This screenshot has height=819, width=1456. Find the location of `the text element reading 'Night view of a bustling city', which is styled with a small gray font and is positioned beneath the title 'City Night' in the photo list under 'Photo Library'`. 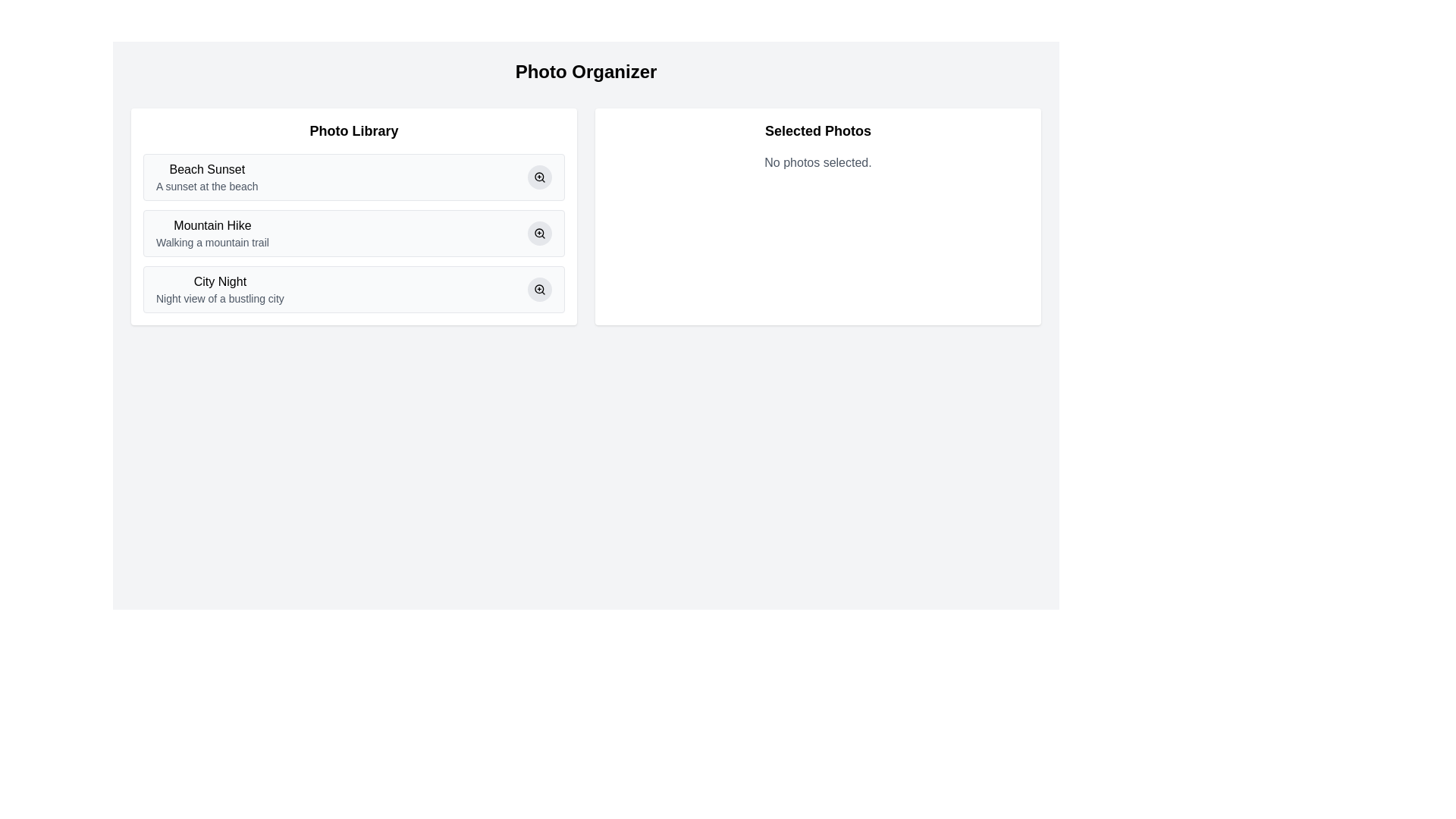

the text element reading 'Night view of a bustling city', which is styled with a small gray font and is positioned beneath the title 'City Night' in the photo list under 'Photo Library' is located at coordinates (219, 298).